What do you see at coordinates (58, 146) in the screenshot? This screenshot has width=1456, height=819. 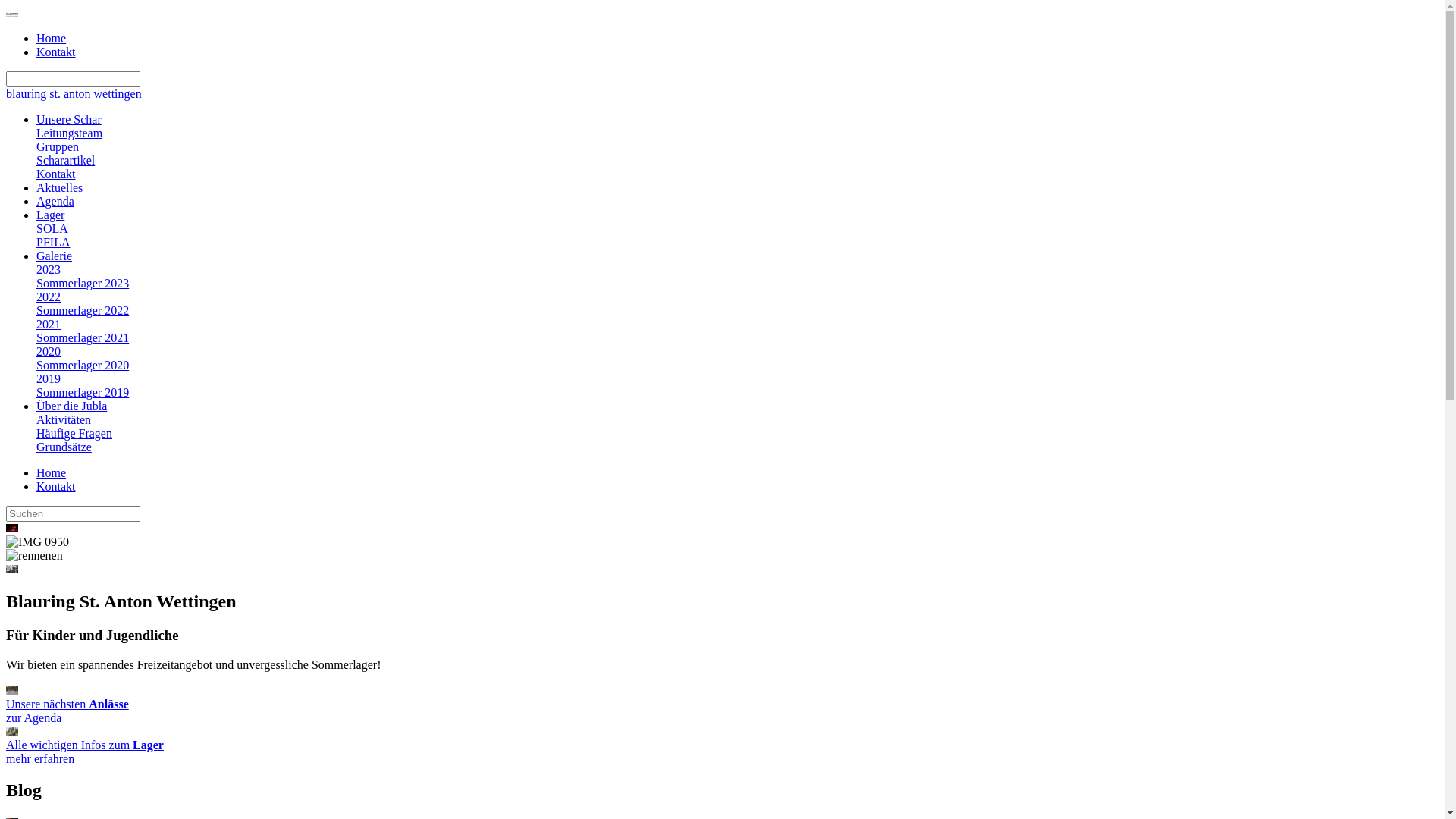 I see `'Gruppen'` at bounding box center [58, 146].